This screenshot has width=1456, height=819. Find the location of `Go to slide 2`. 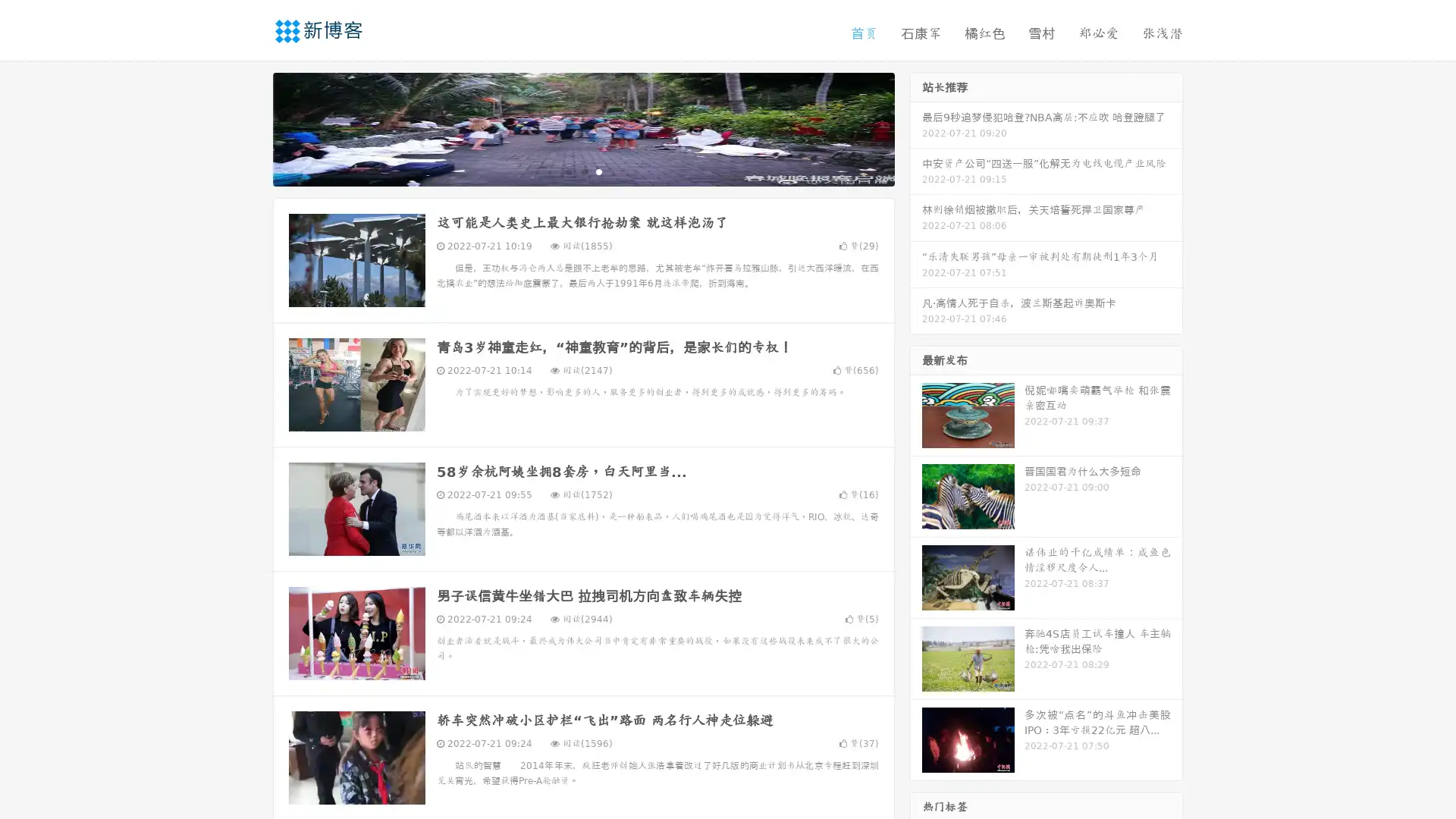

Go to slide 2 is located at coordinates (582, 171).